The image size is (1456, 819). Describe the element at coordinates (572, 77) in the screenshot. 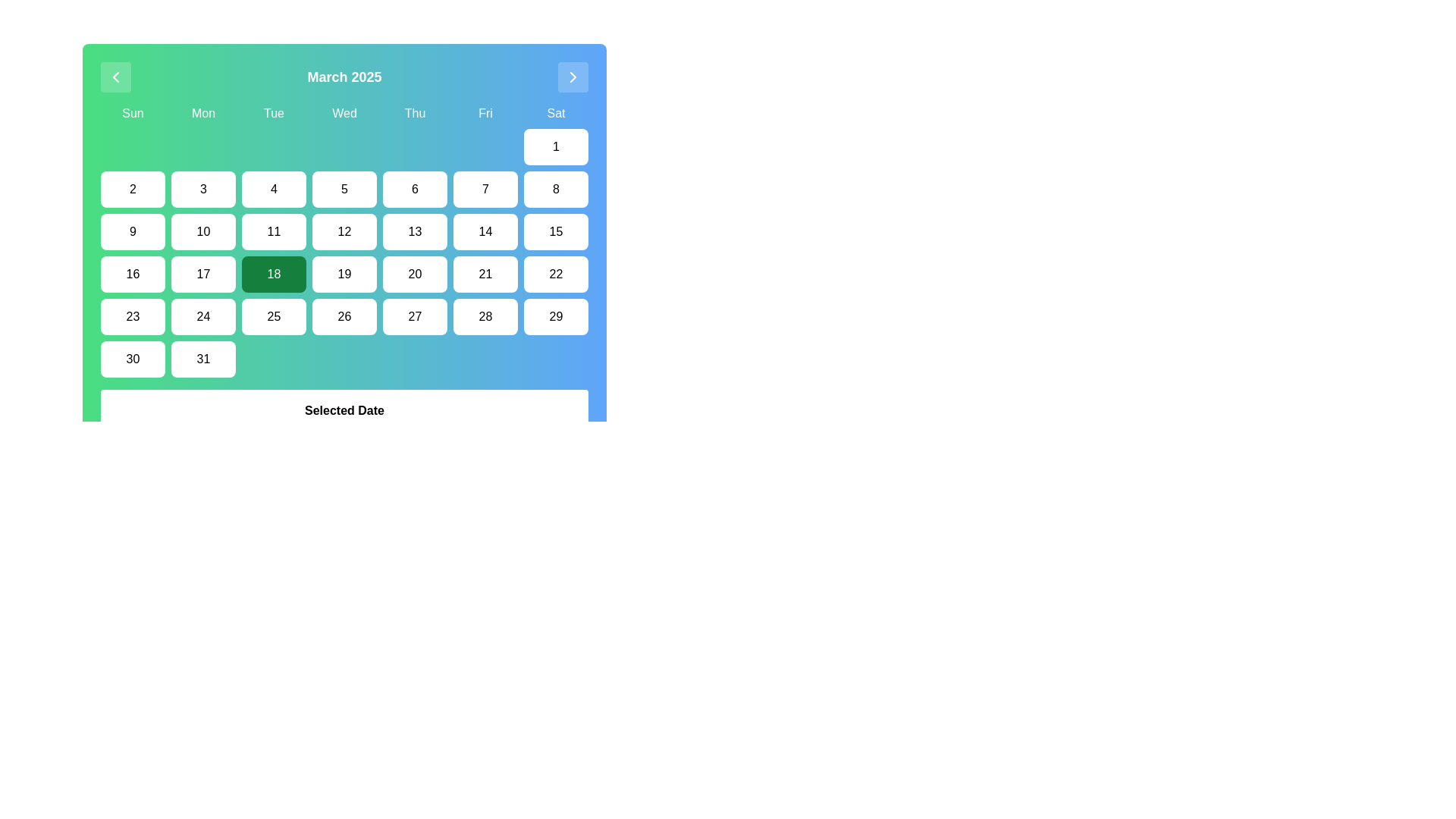

I see `the right-facing chevron icon button, which is a minimalist design in white on a small blue square, located near the top-right corner of the calendar navigation interface` at that location.